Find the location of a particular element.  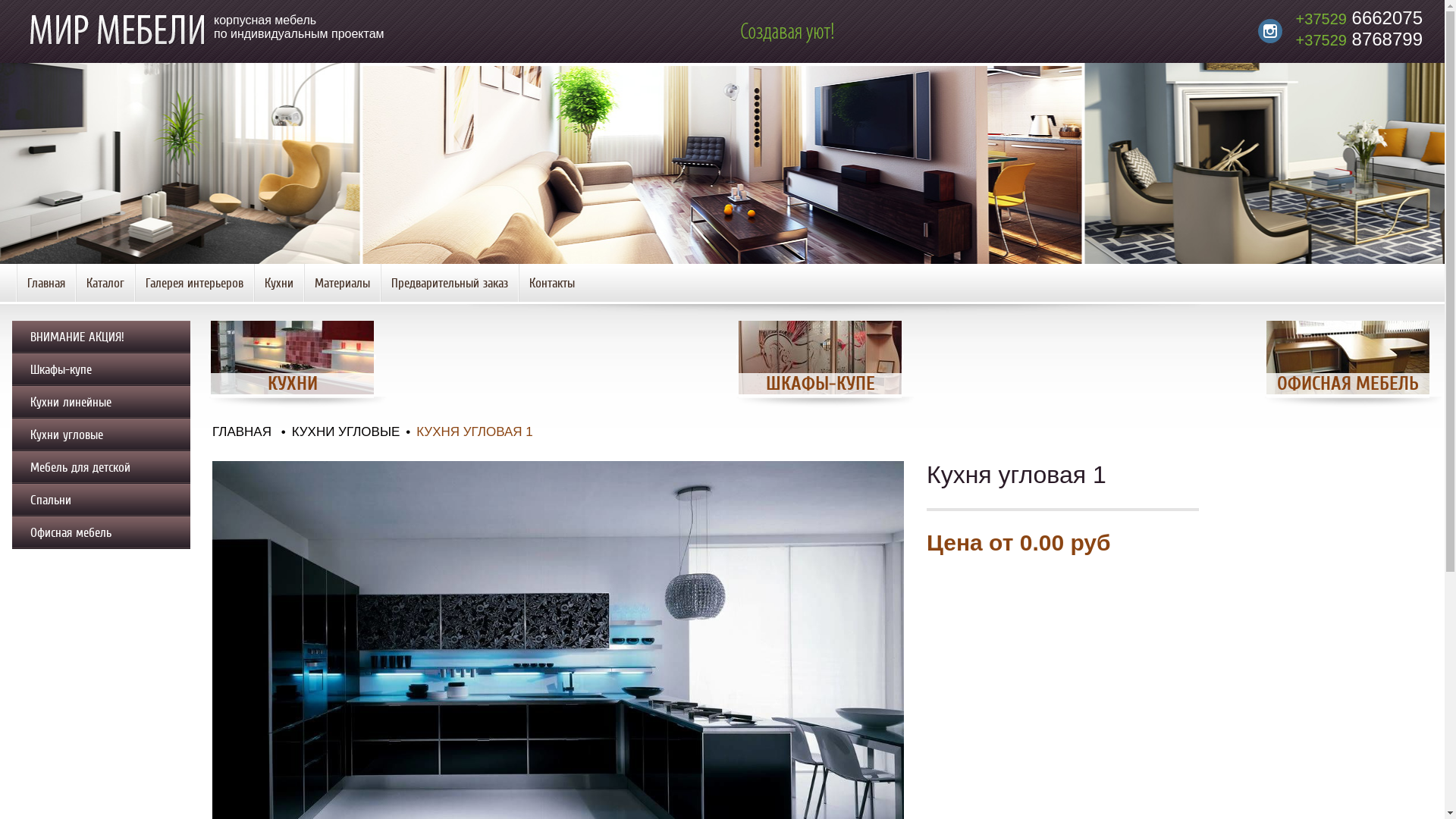

'+37529 8768799' is located at coordinates (1294, 38).